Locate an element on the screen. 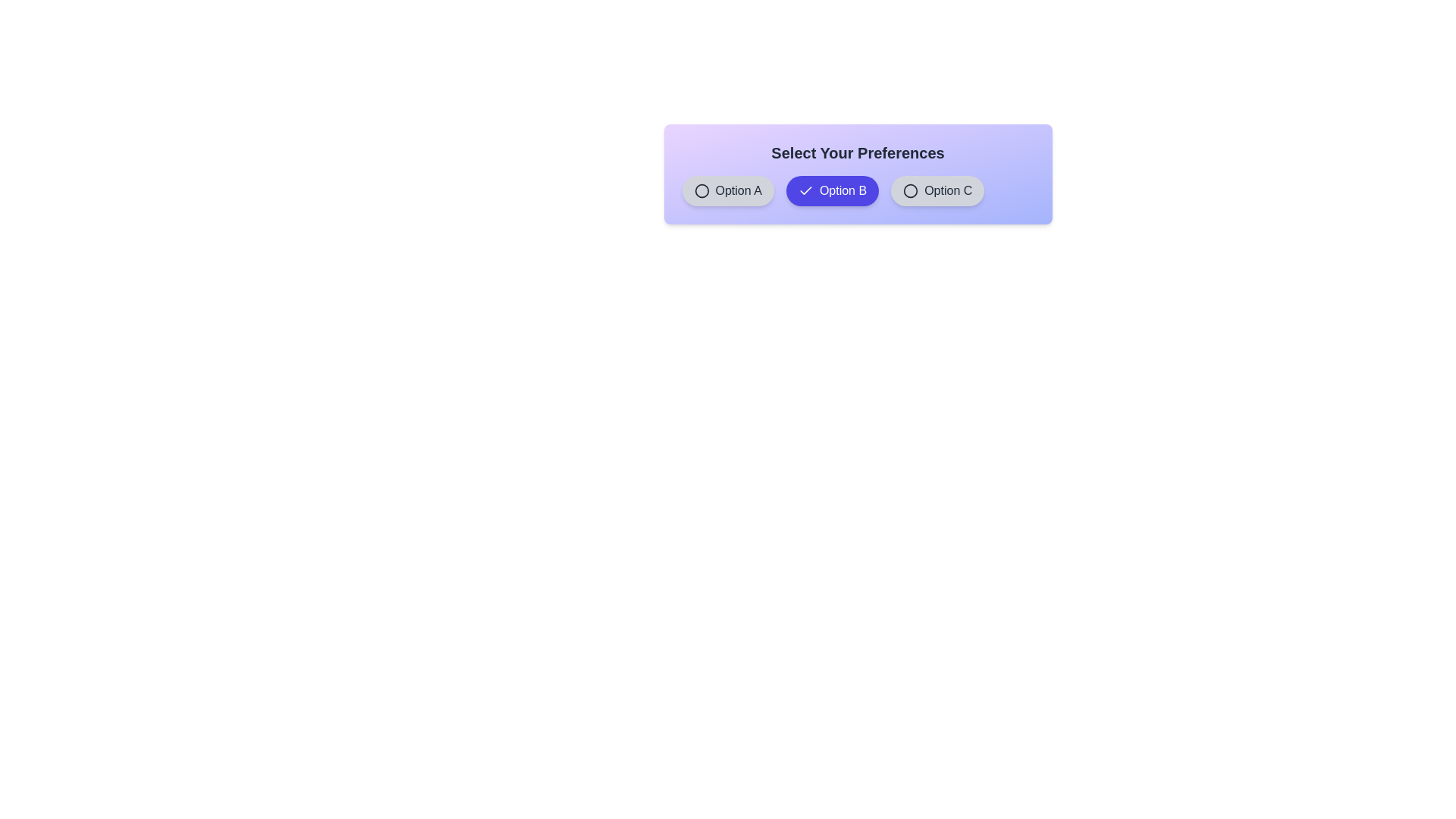  the chip labeled Option B is located at coordinates (832, 190).